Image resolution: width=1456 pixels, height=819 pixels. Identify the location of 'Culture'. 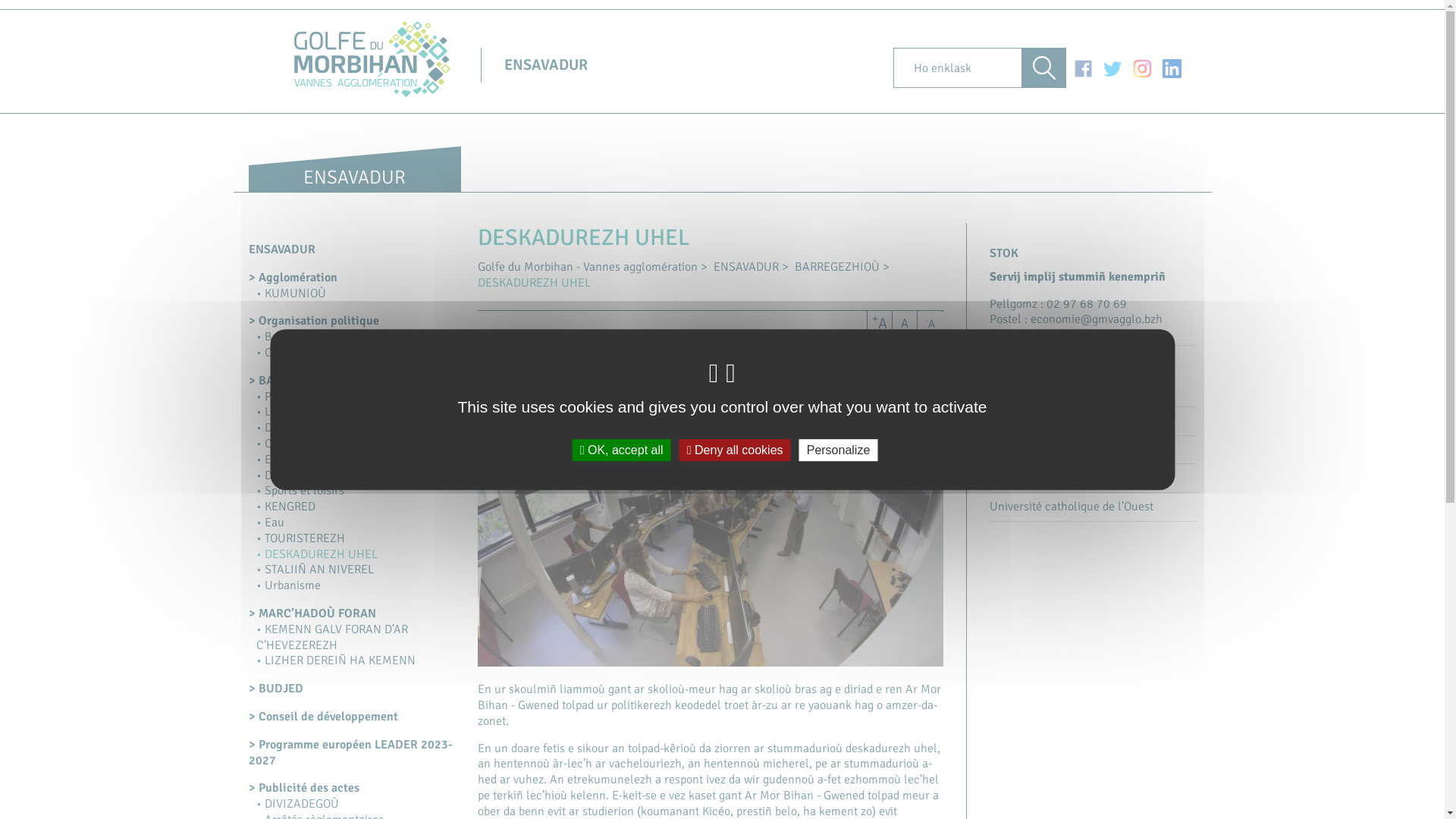
(280, 444).